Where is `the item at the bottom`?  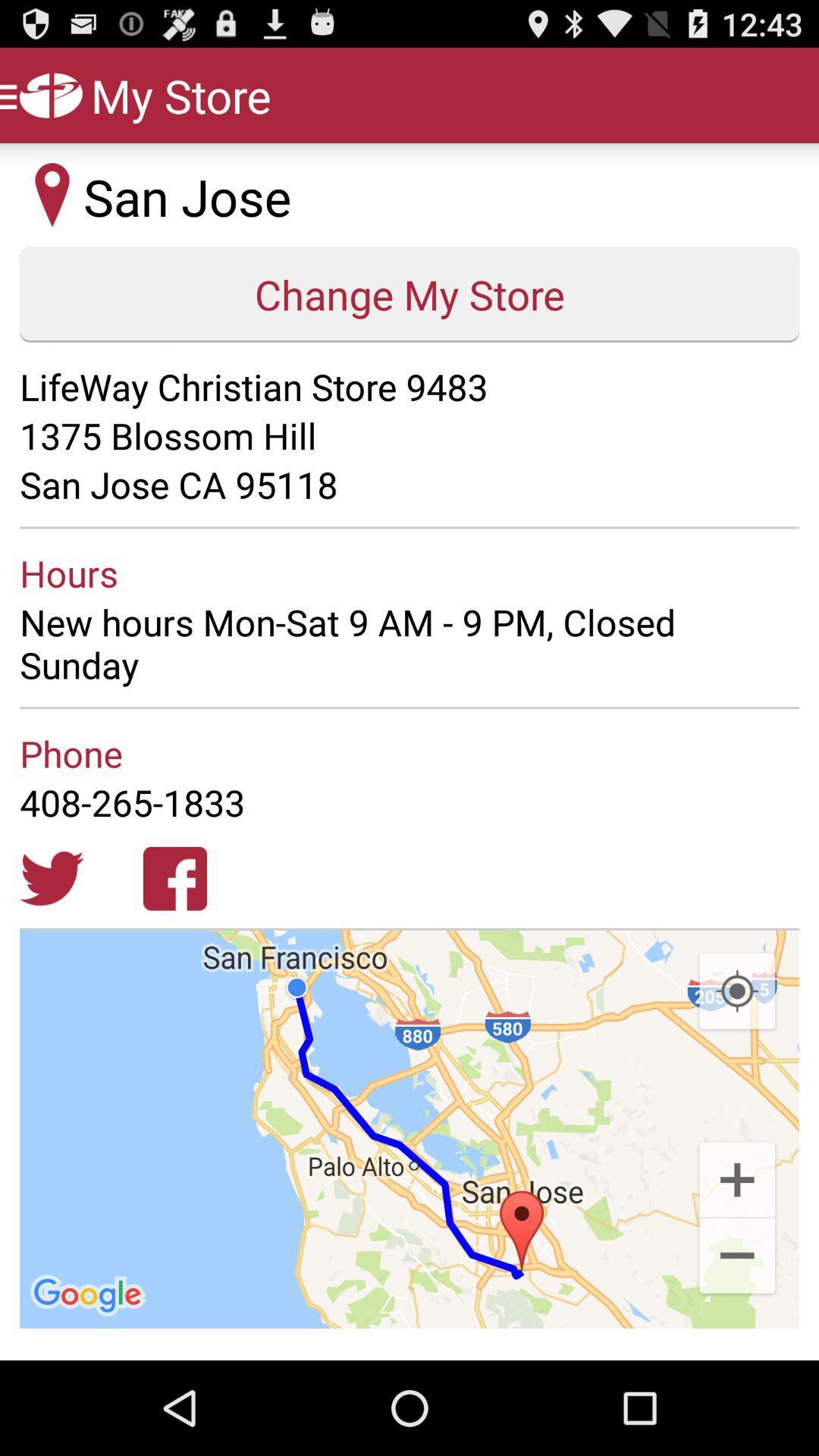 the item at the bottom is located at coordinates (409, 1129).